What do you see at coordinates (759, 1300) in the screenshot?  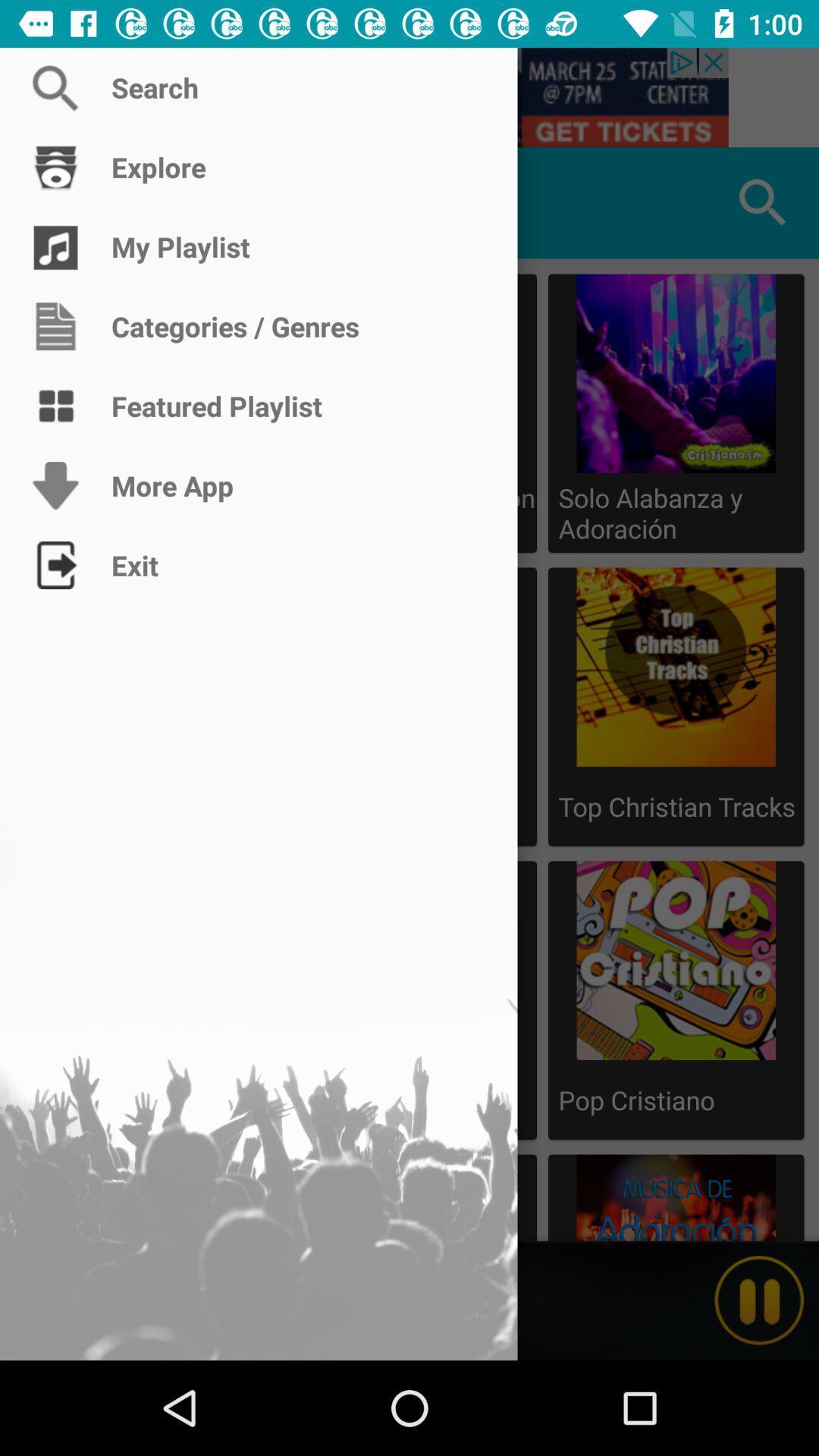 I see `or pause` at bounding box center [759, 1300].